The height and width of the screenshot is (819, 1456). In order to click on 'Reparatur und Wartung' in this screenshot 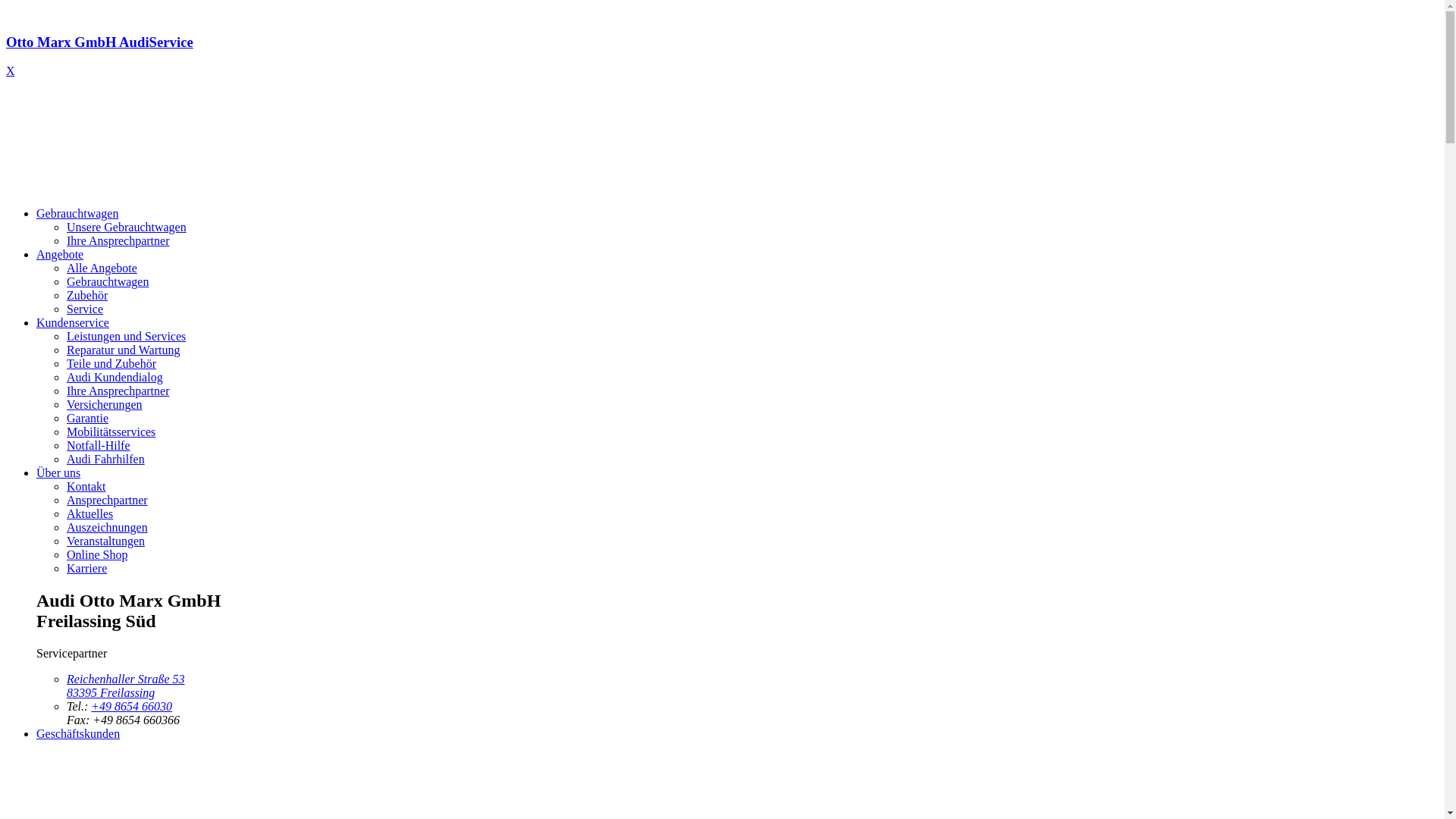, I will do `click(123, 350)`.